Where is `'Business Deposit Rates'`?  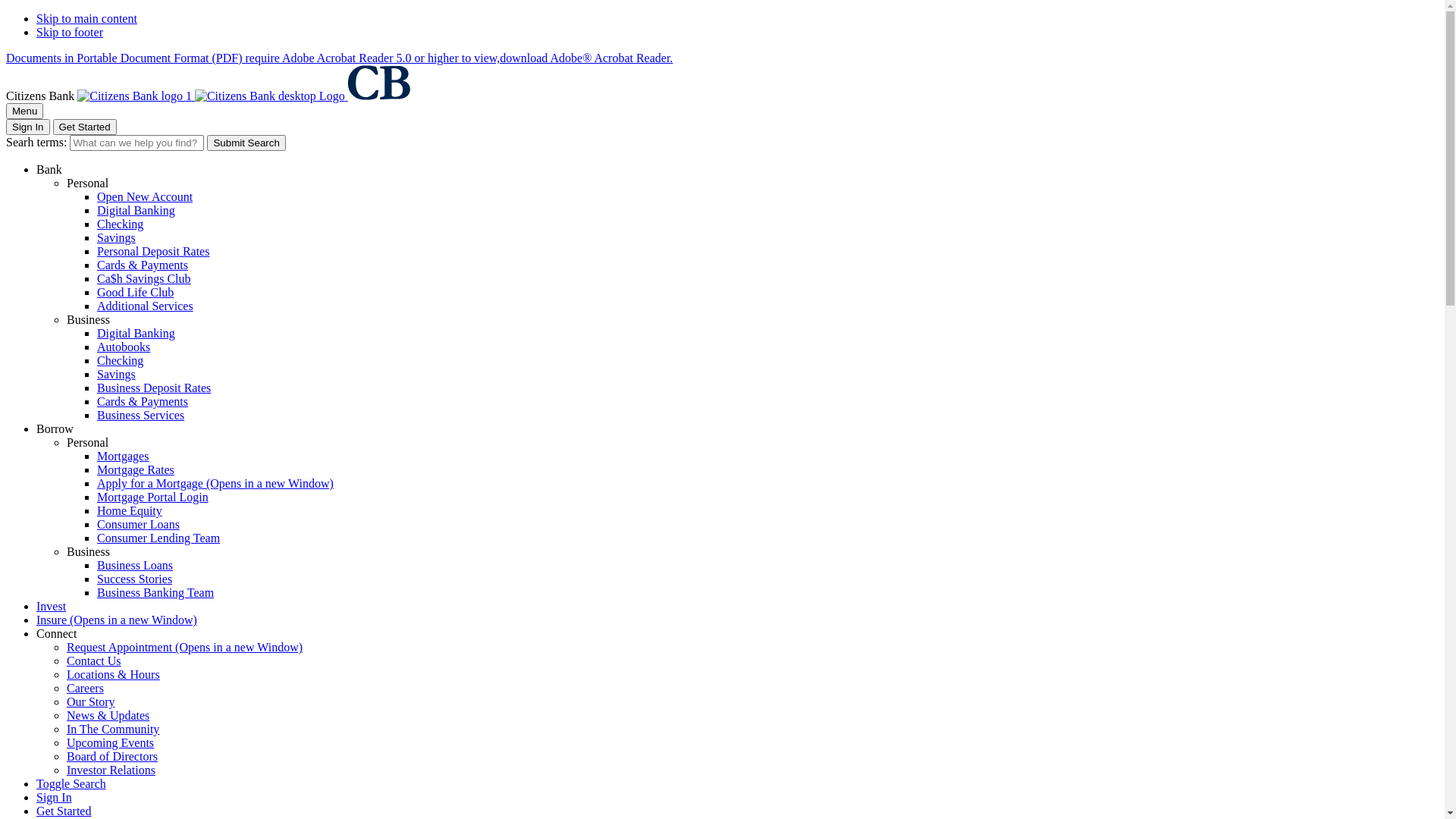 'Business Deposit Rates' is located at coordinates (153, 387).